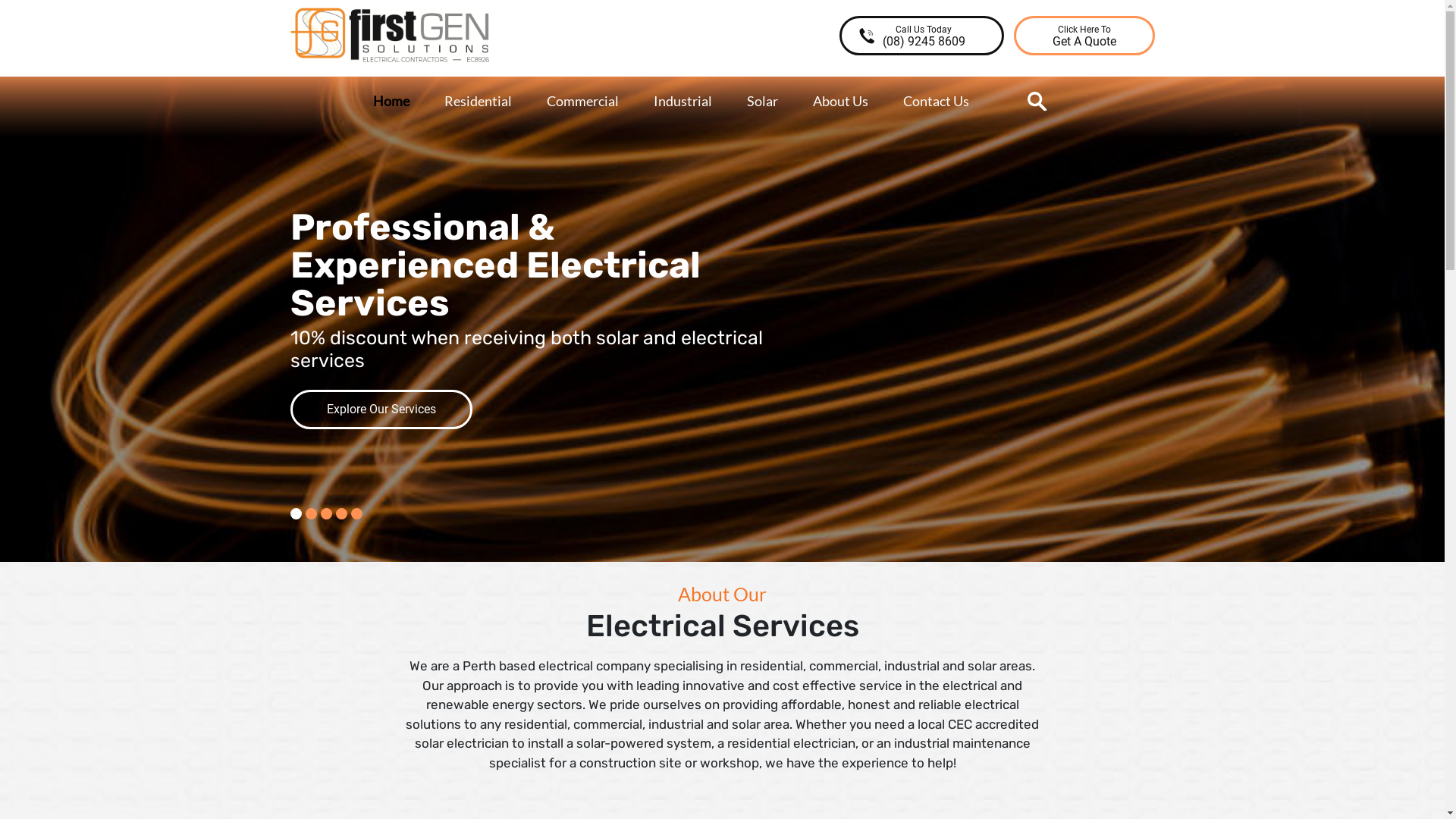 This screenshot has width=1456, height=819. I want to click on 'First Gen Solutions', so click(346, 73).